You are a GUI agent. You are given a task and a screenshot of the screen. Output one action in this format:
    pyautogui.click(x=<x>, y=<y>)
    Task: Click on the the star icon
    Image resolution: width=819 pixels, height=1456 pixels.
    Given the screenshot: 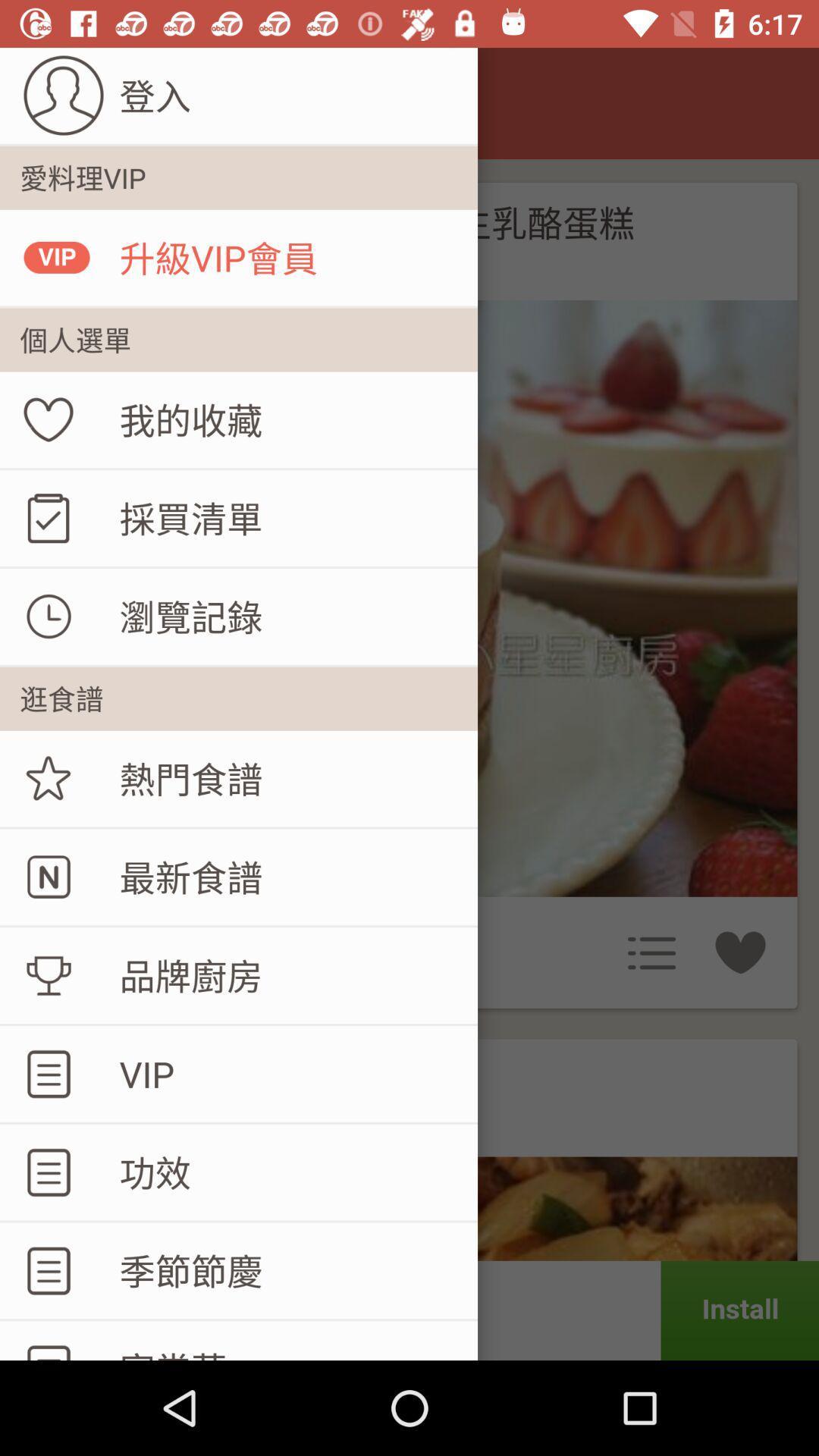 What is the action you would take?
    pyautogui.click(x=49, y=779)
    